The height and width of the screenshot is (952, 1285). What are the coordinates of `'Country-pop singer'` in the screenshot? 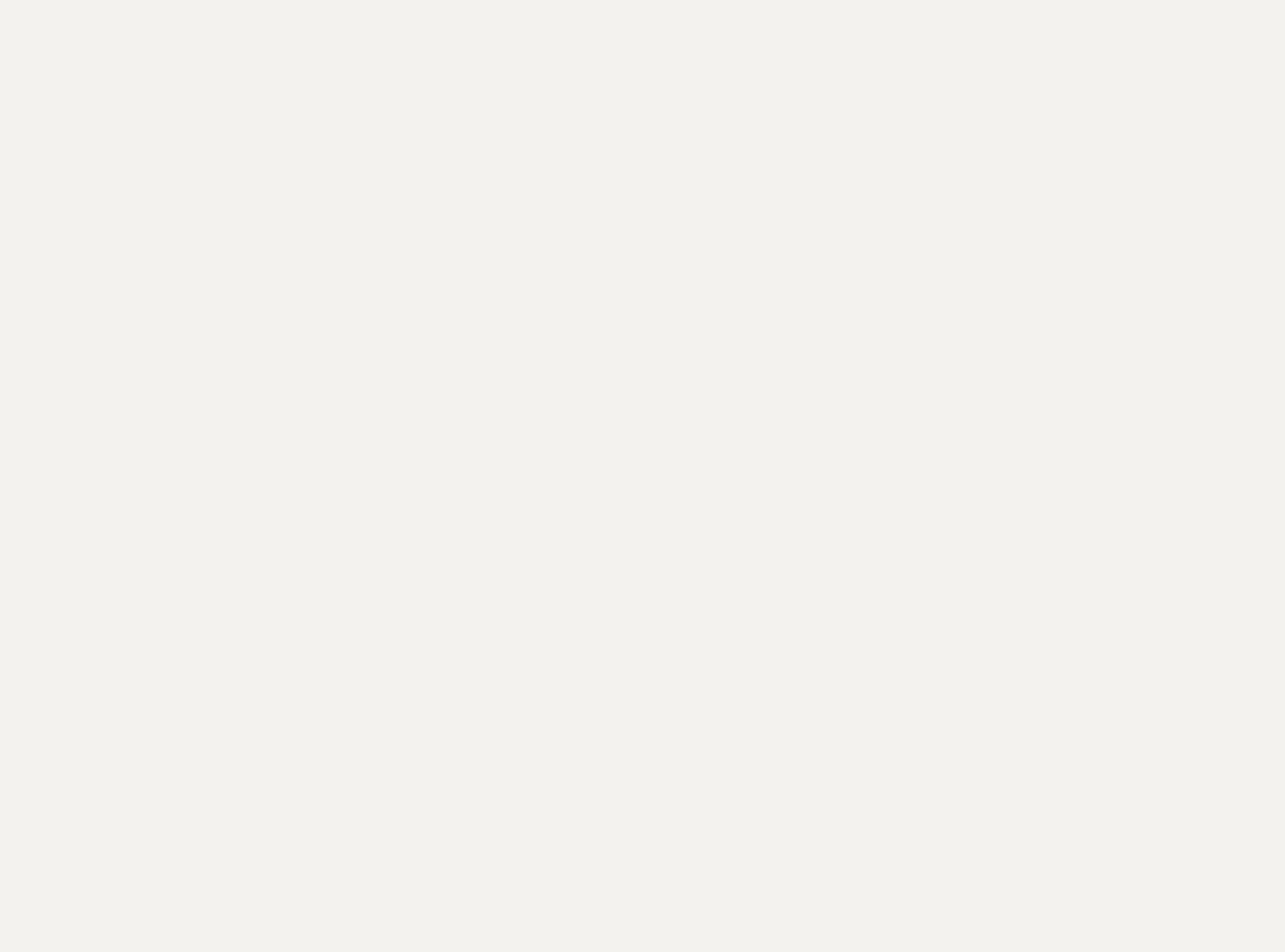 It's located at (403, 683).